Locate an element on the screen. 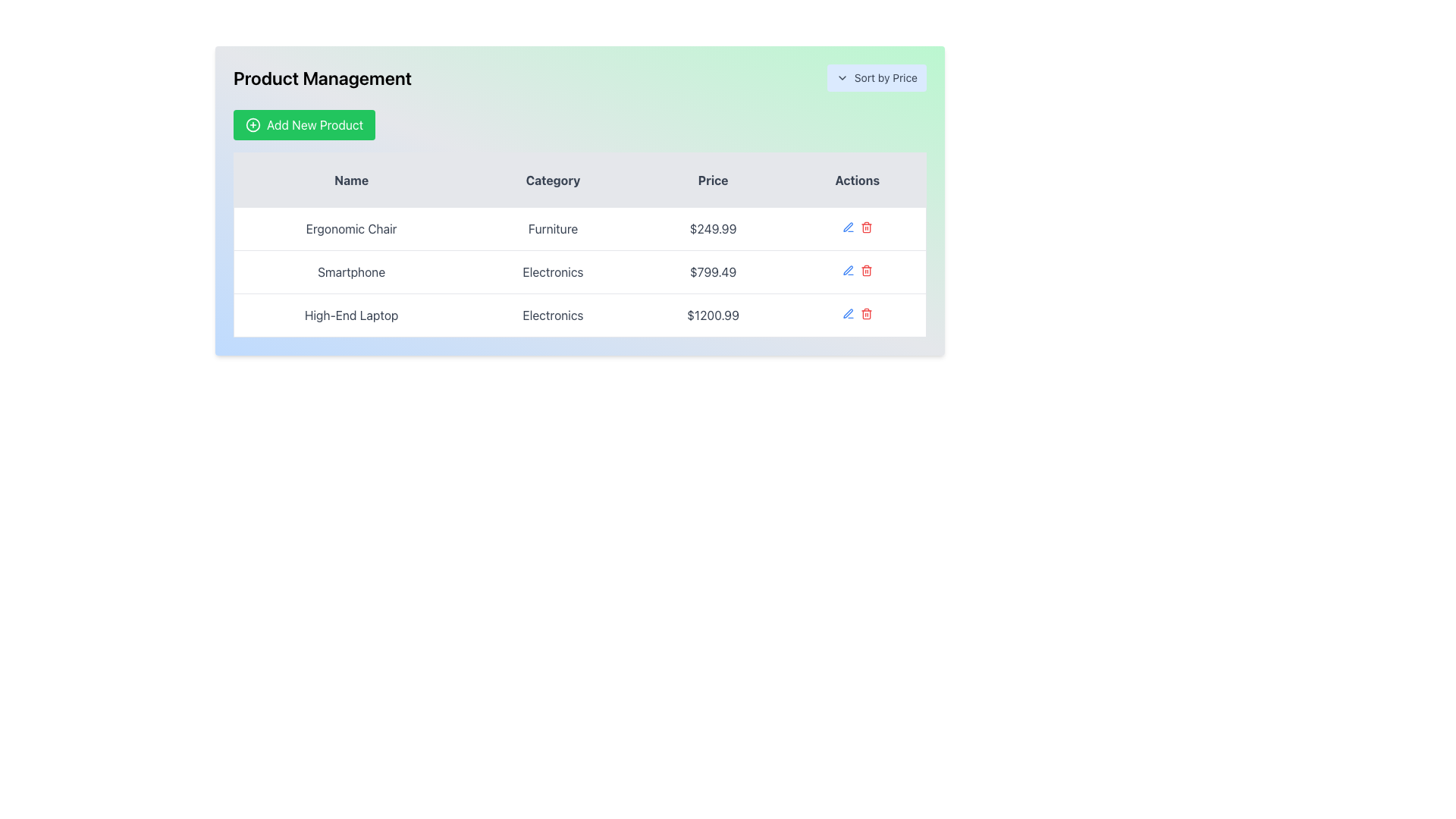  the outlined rectangular trash can icon in the 'Actions' column of the second row of the table is located at coordinates (866, 228).